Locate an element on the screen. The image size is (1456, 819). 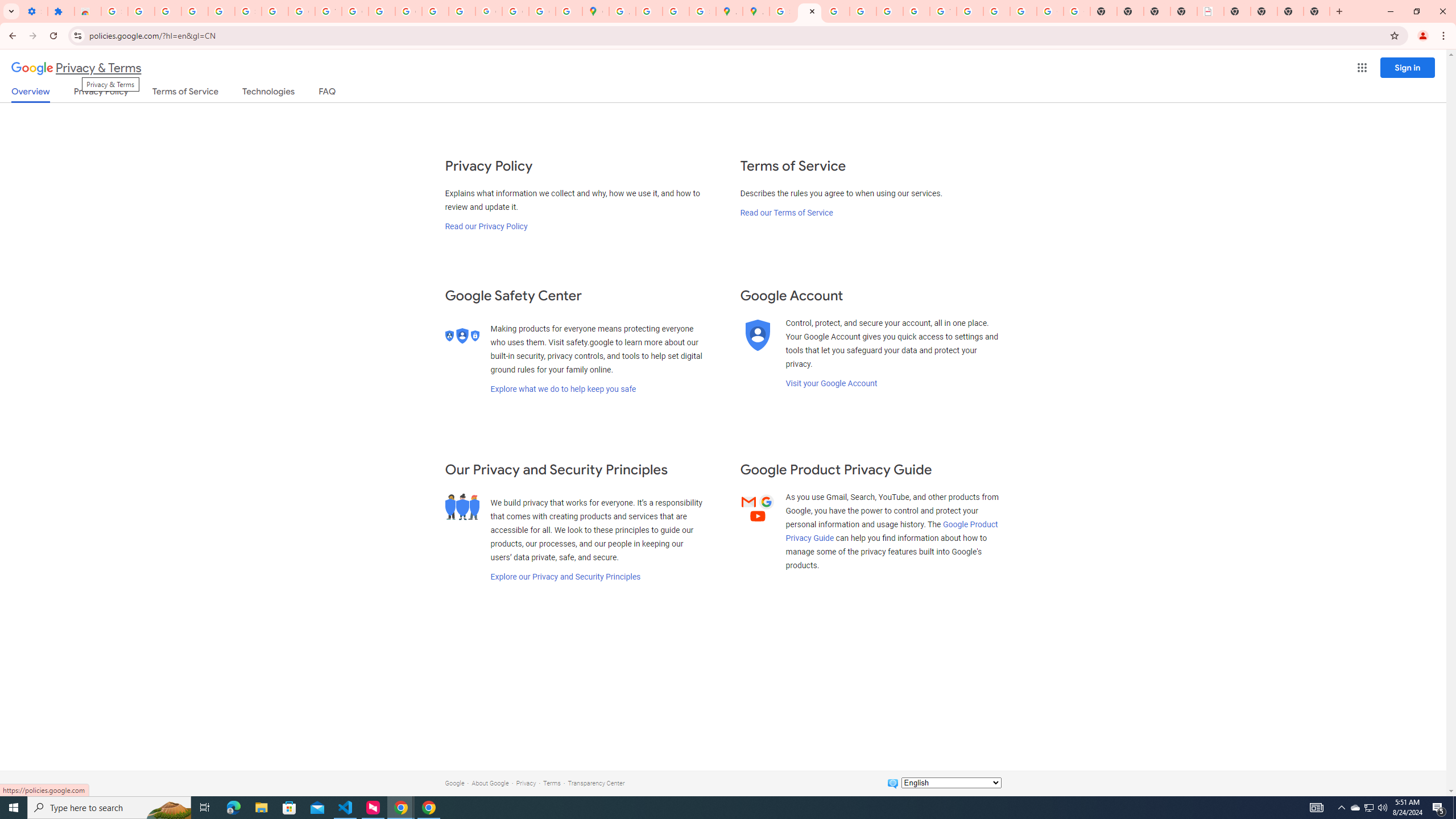
'Privacy & Terms' is located at coordinates (76, 68).